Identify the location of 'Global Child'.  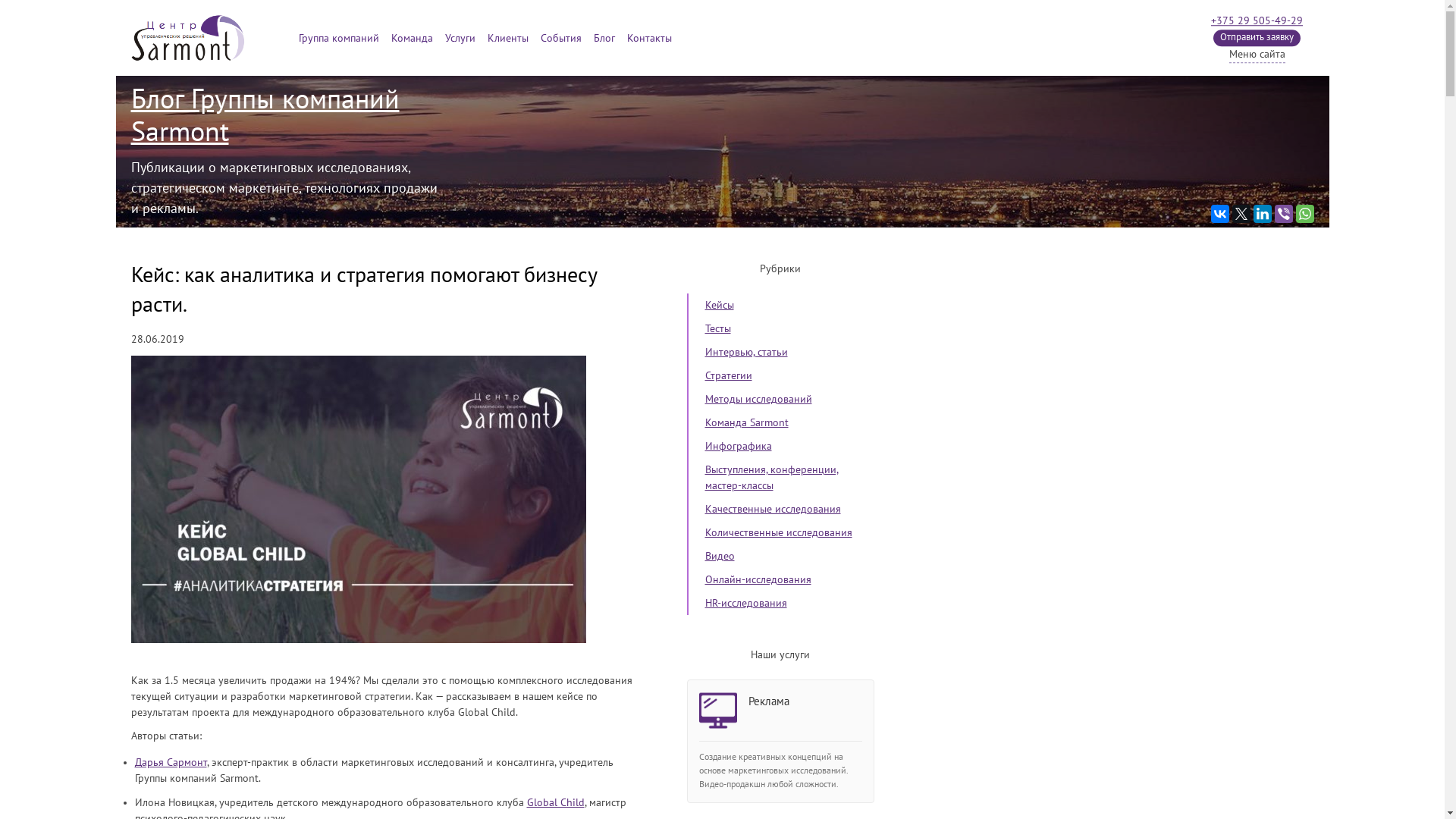
(526, 802).